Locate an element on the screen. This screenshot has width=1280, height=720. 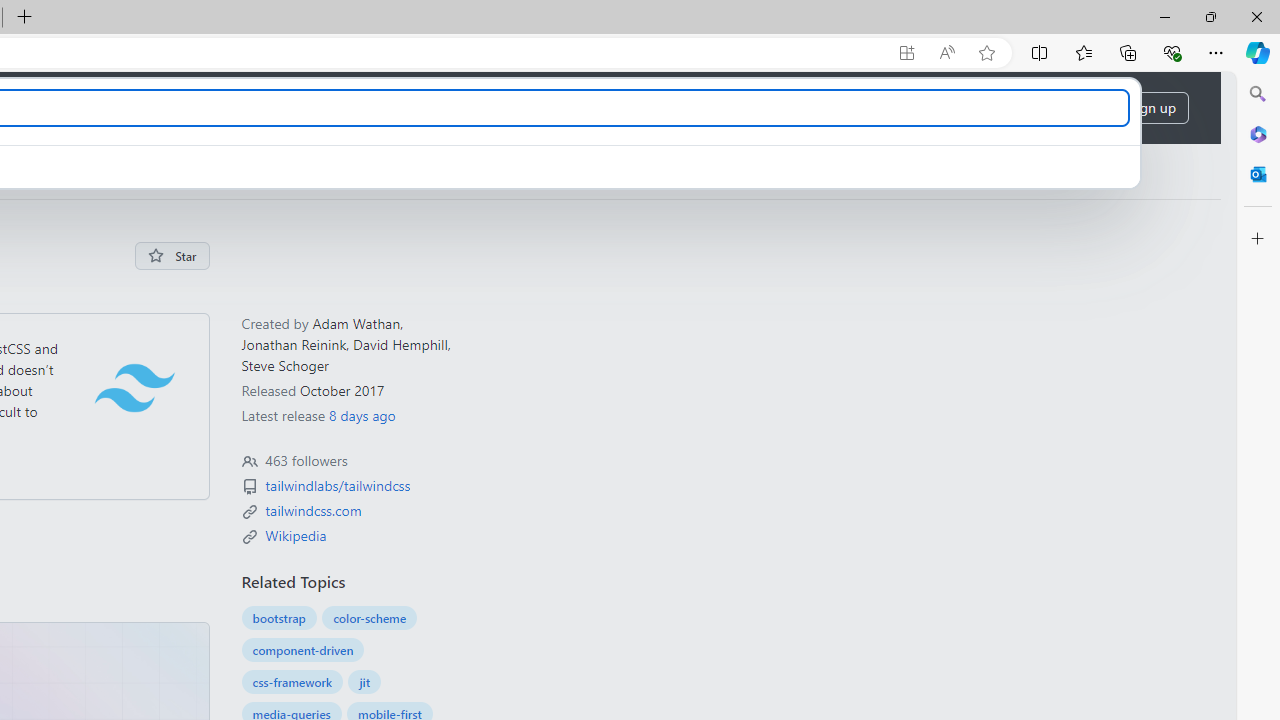
'tailwind logo' is located at coordinates (134, 387).